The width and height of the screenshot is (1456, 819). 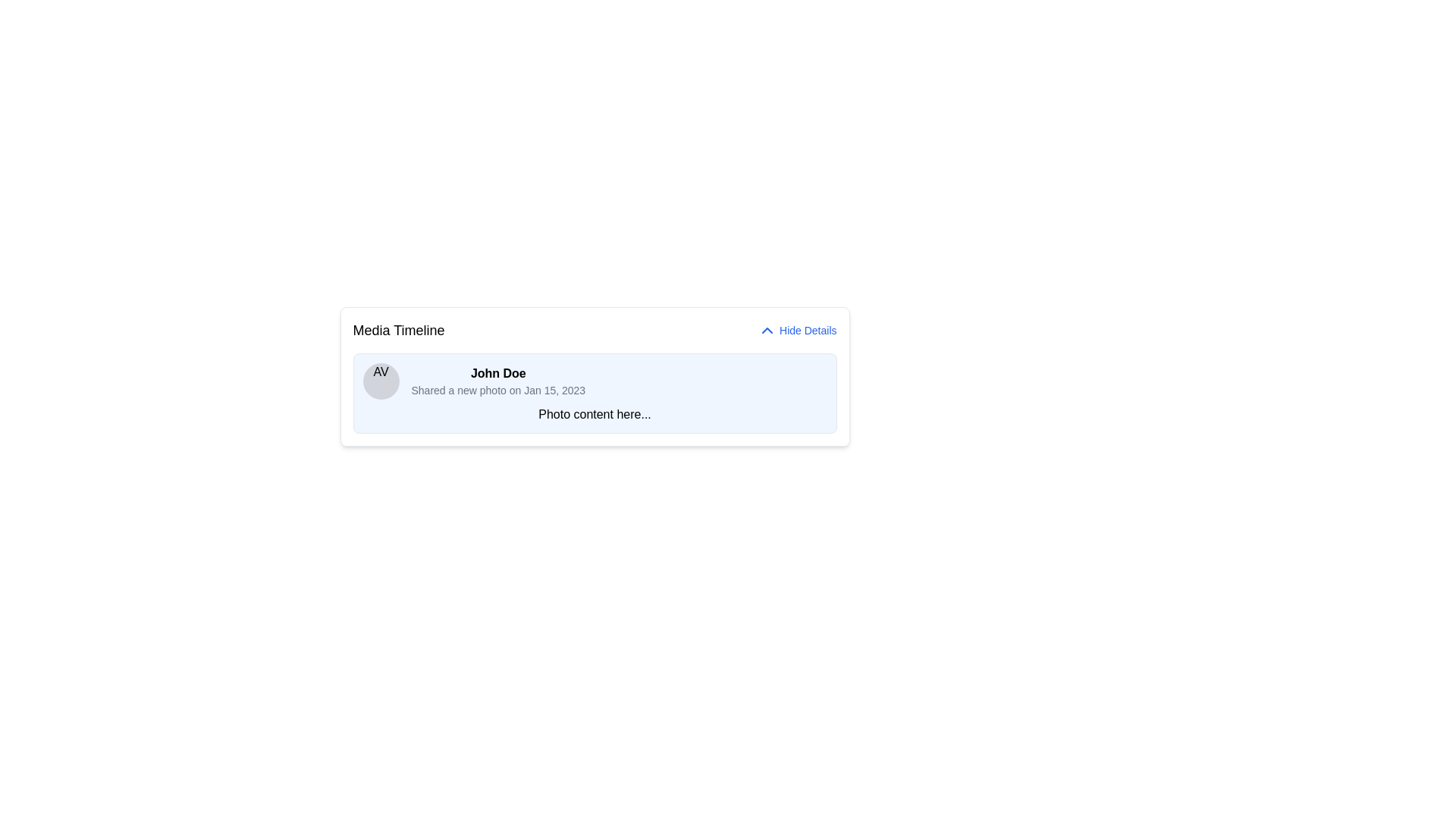 What do you see at coordinates (498, 390) in the screenshot?
I see `the text block containing the phrase 'Shared a new photo on Jan 15, 2023', which is styled in a smaller grey font and located below the bolded name 'John Doe' within the timeline card layout` at bounding box center [498, 390].